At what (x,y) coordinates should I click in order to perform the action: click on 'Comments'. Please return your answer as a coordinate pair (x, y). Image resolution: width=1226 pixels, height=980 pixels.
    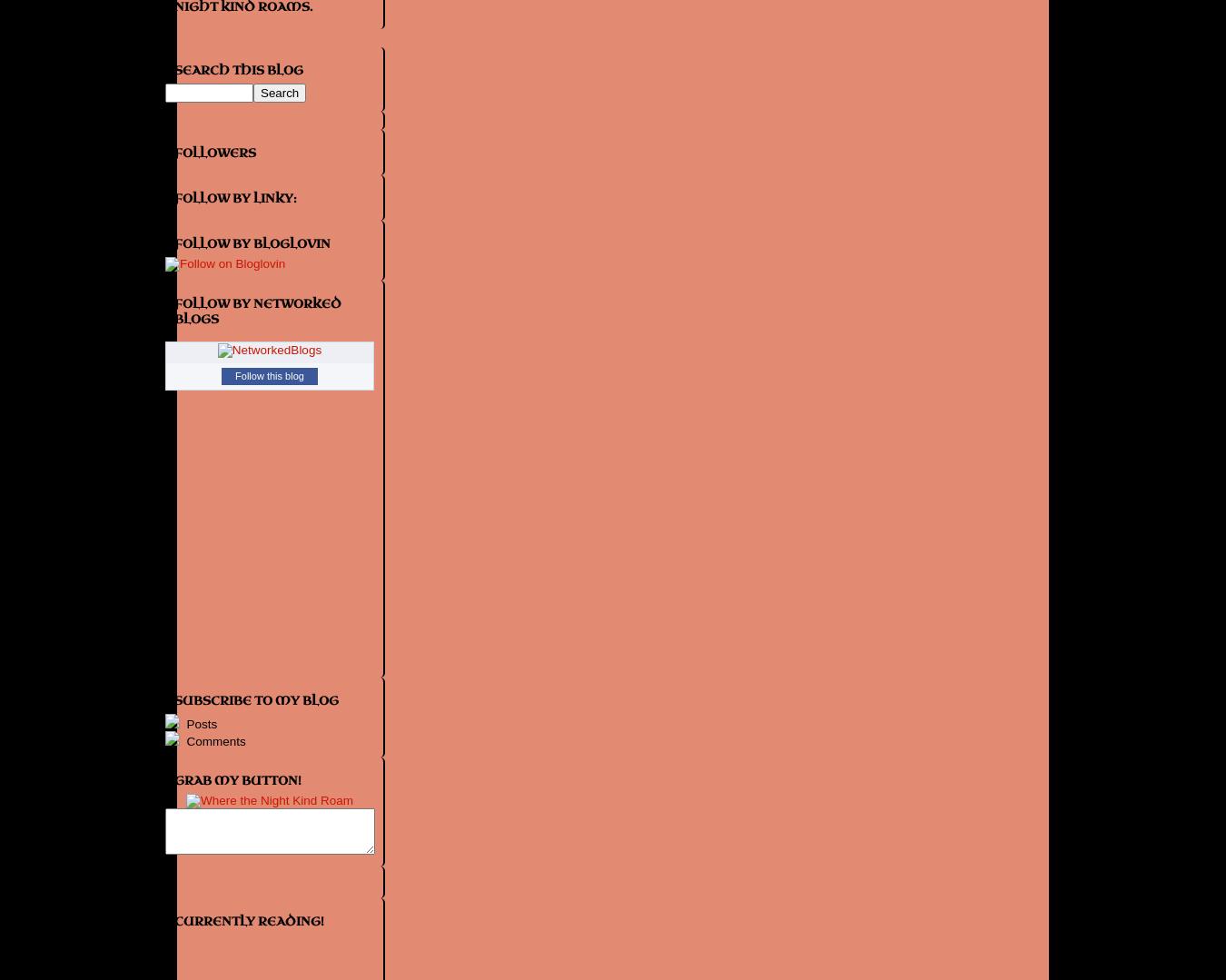
    Looking at the image, I should click on (183, 740).